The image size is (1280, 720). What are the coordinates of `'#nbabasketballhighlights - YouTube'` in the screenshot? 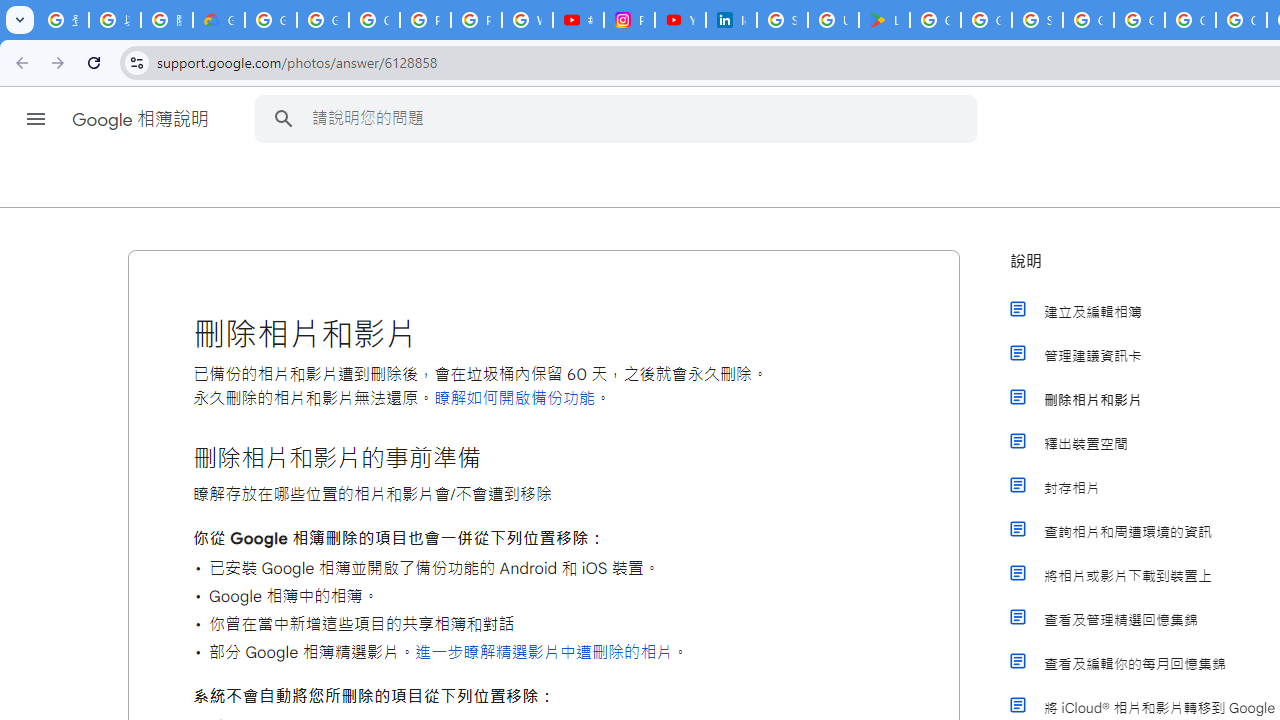 It's located at (577, 20).